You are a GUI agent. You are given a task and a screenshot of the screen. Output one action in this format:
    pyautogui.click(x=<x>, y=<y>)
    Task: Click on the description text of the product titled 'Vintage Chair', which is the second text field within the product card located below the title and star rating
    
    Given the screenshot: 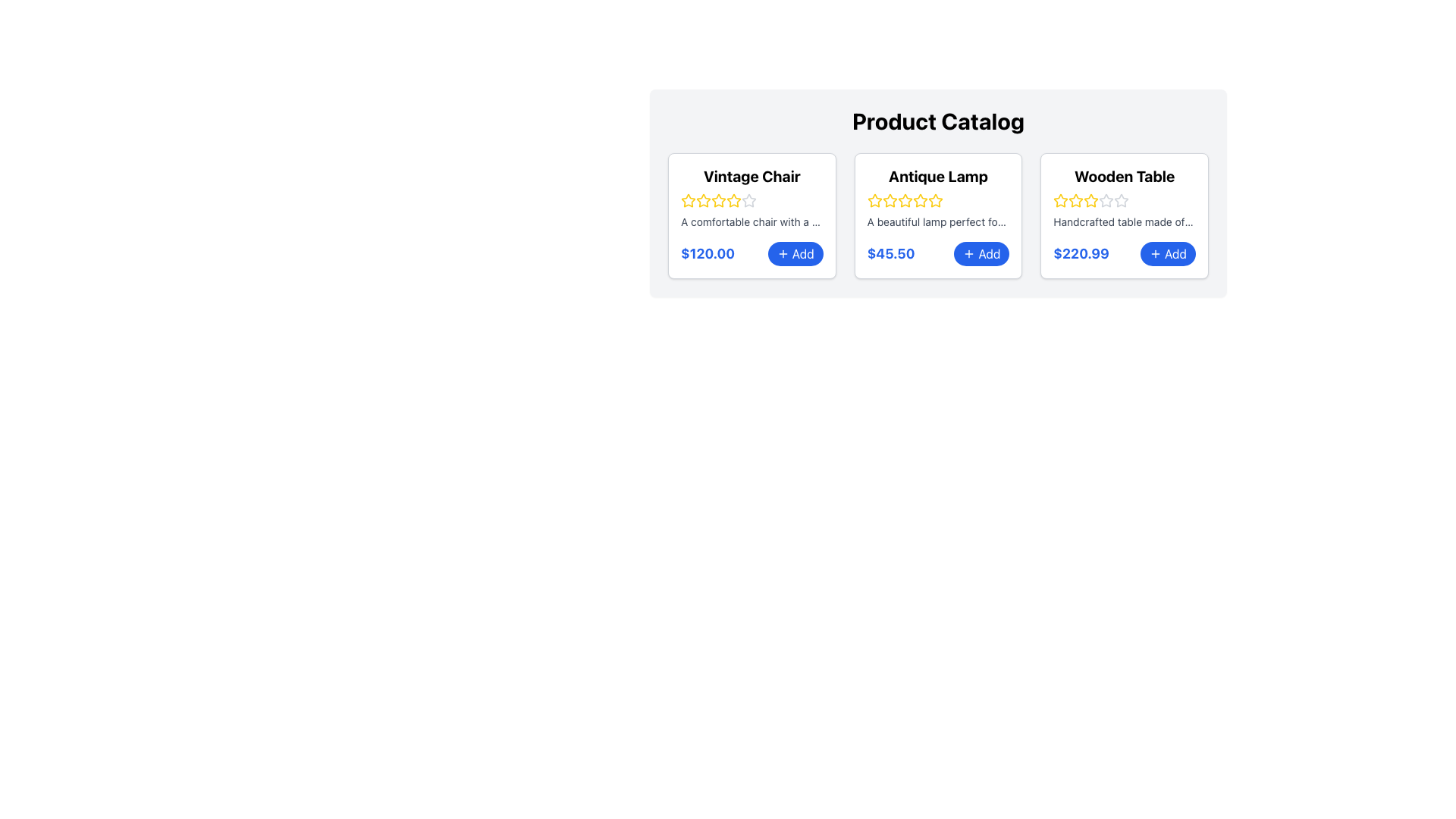 What is the action you would take?
    pyautogui.click(x=752, y=222)
    